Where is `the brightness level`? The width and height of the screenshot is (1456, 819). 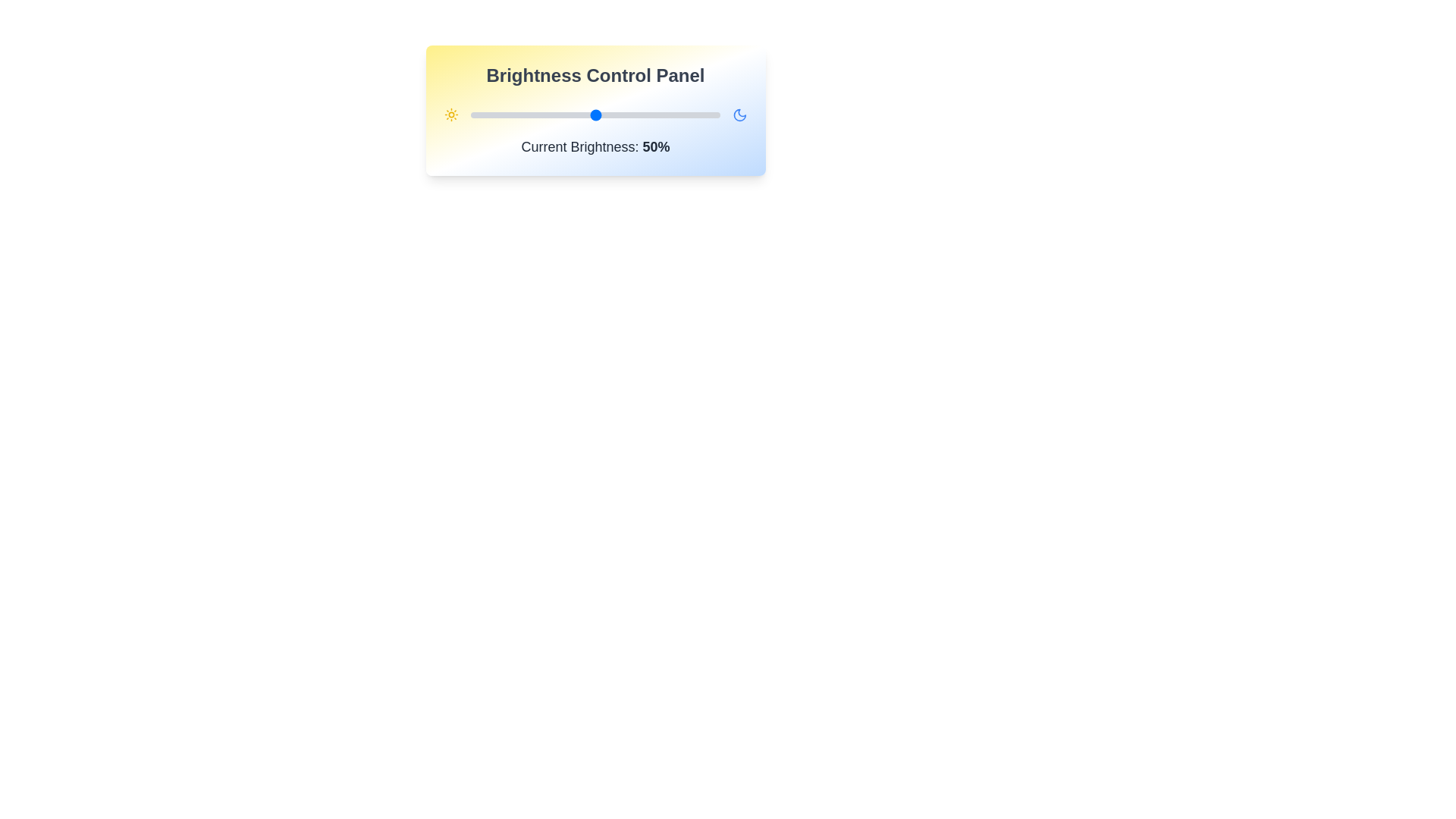 the brightness level is located at coordinates (707, 114).